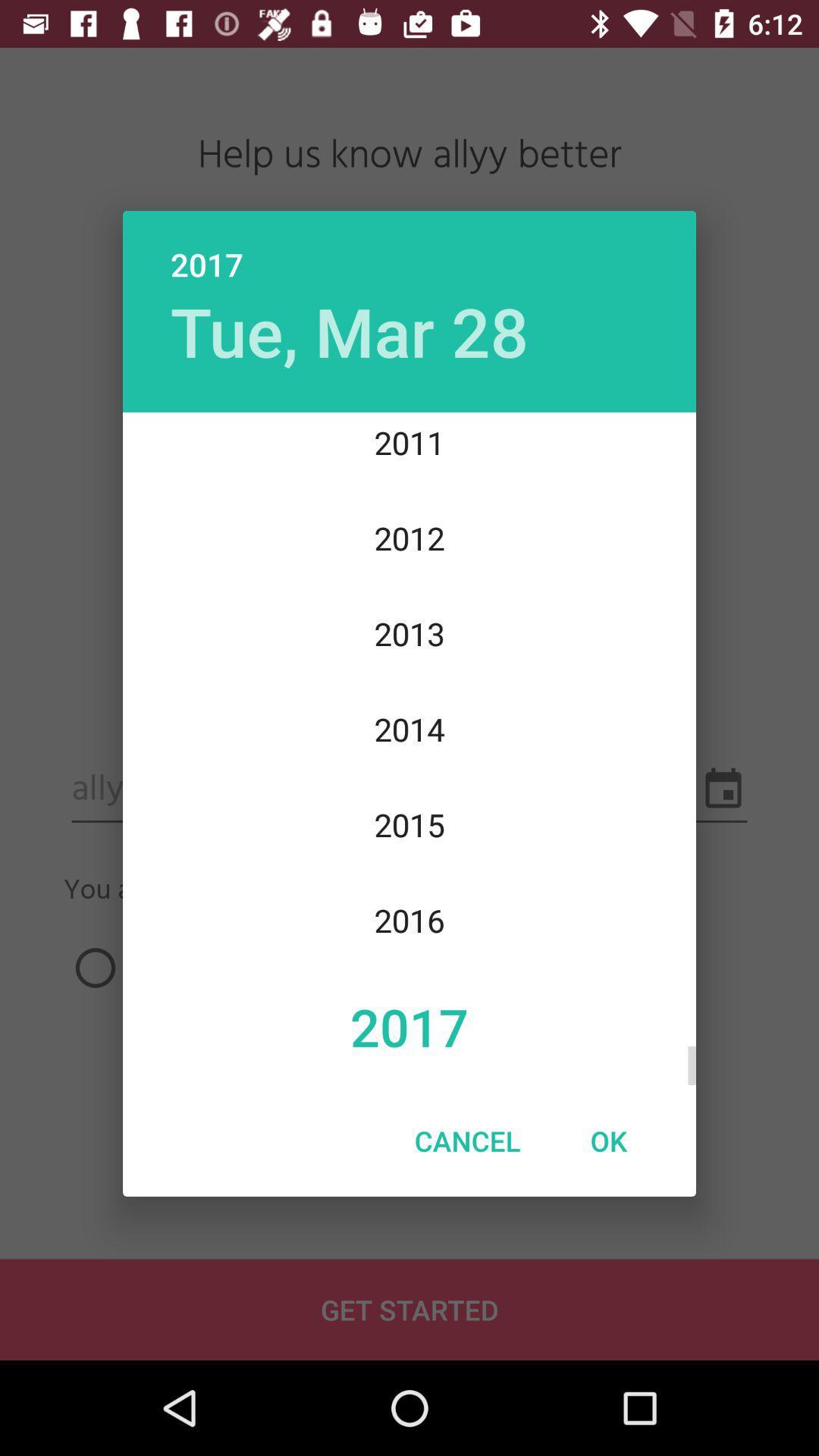 The image size is (819, 1456). Describe the element at coordinates (607, 1141) in the screenshot. I see `the item next to the cancel` at that location.